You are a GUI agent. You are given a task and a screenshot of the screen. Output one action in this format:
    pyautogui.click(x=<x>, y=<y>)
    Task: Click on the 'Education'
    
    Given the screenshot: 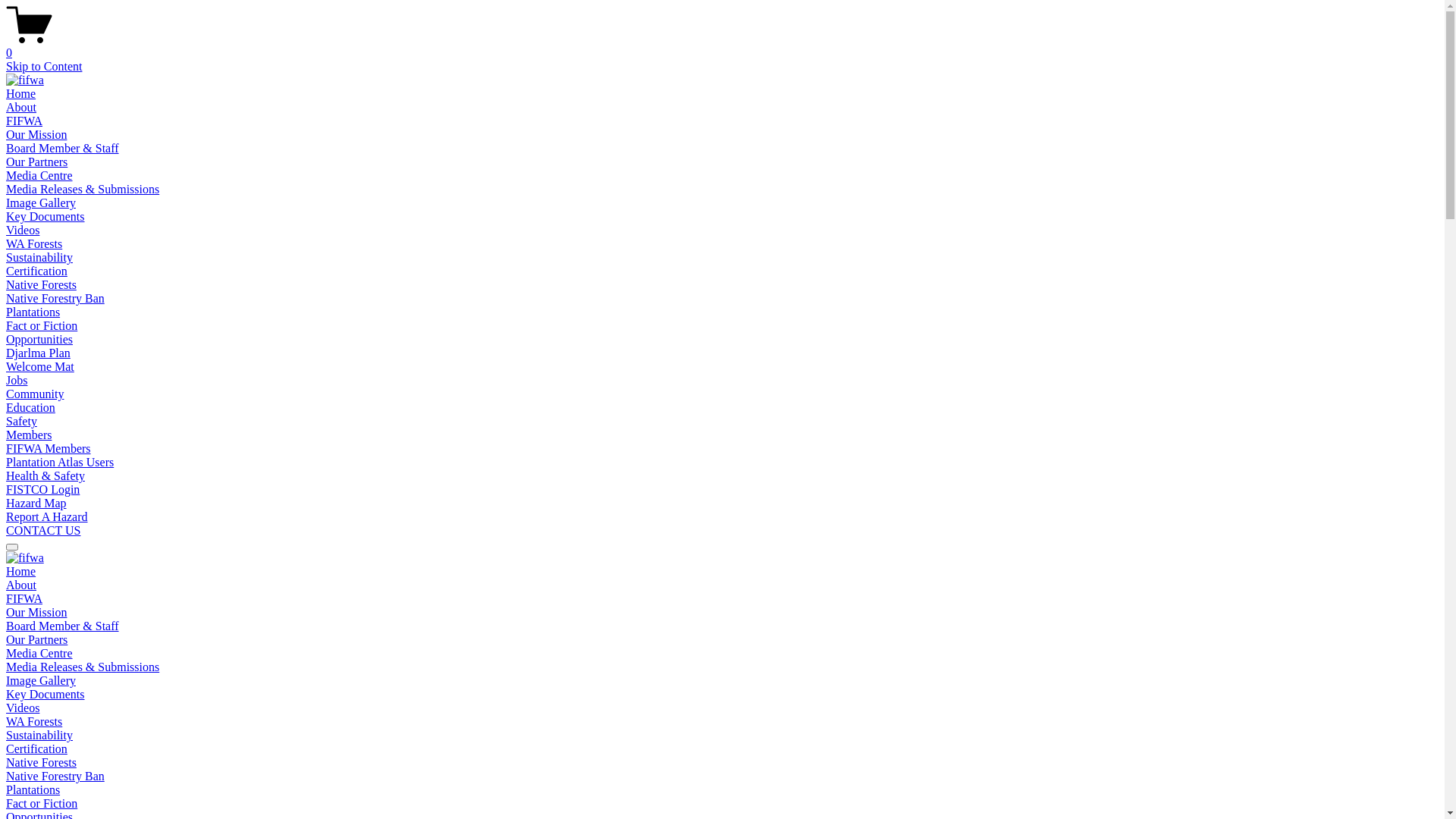 What is the action you would take?
    pyautogui.click(x=30, y=406)
    